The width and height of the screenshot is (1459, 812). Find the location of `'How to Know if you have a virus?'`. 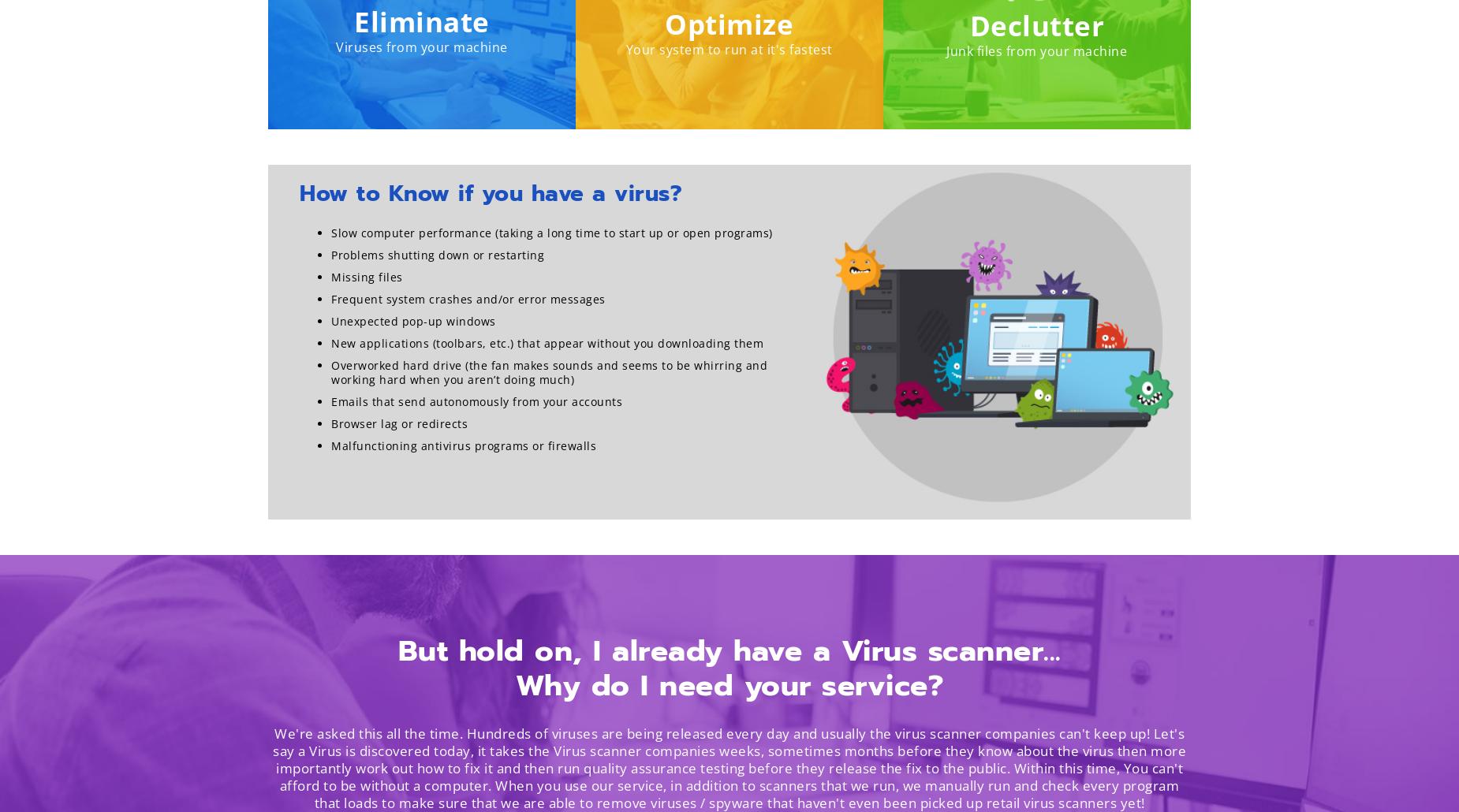

'How to Know if you have a virus?' is located at coordinates (298, 193).